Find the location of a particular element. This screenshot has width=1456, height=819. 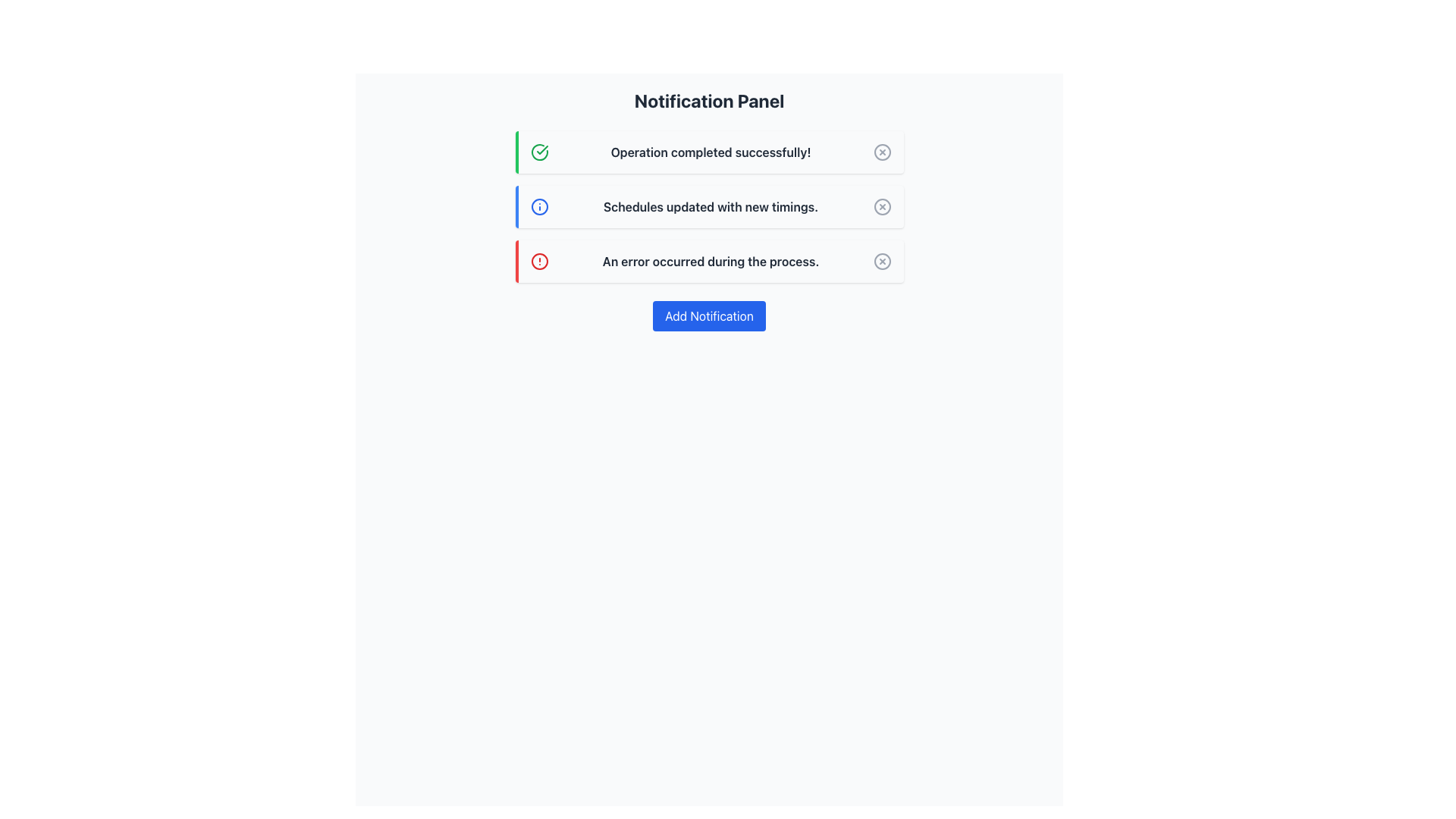

the circular graphical indicator in the second entry of the notification list, which is adjacent to the text 'Schedules updated with new timings.' is located at coordinates (539, 207).